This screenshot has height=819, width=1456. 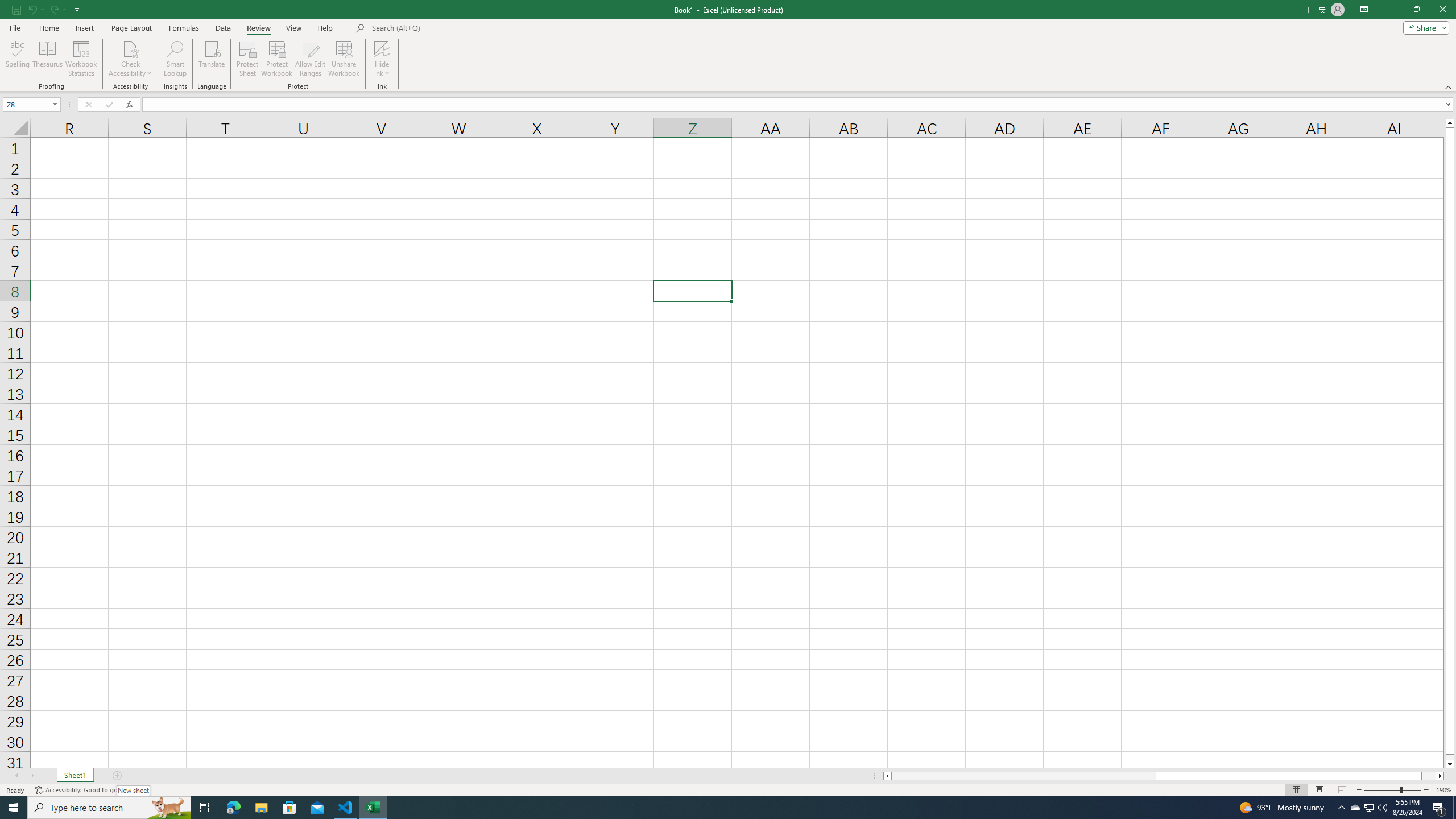 I want to click on 'Spelling...', so click(x=16, y=59).